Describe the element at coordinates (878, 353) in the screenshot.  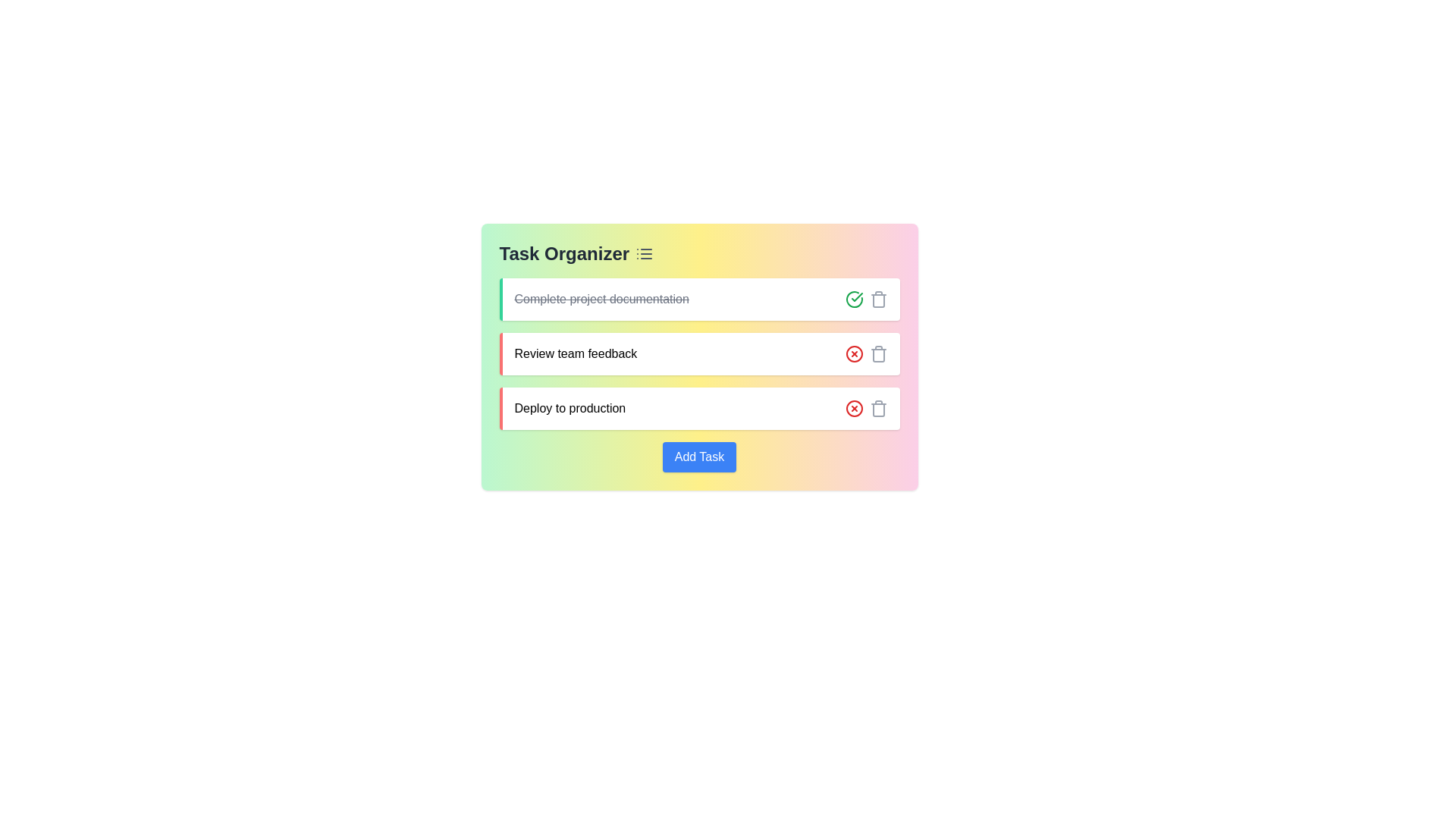
I see `the trash bin icon button at the far-right end of the second task row` at that location.